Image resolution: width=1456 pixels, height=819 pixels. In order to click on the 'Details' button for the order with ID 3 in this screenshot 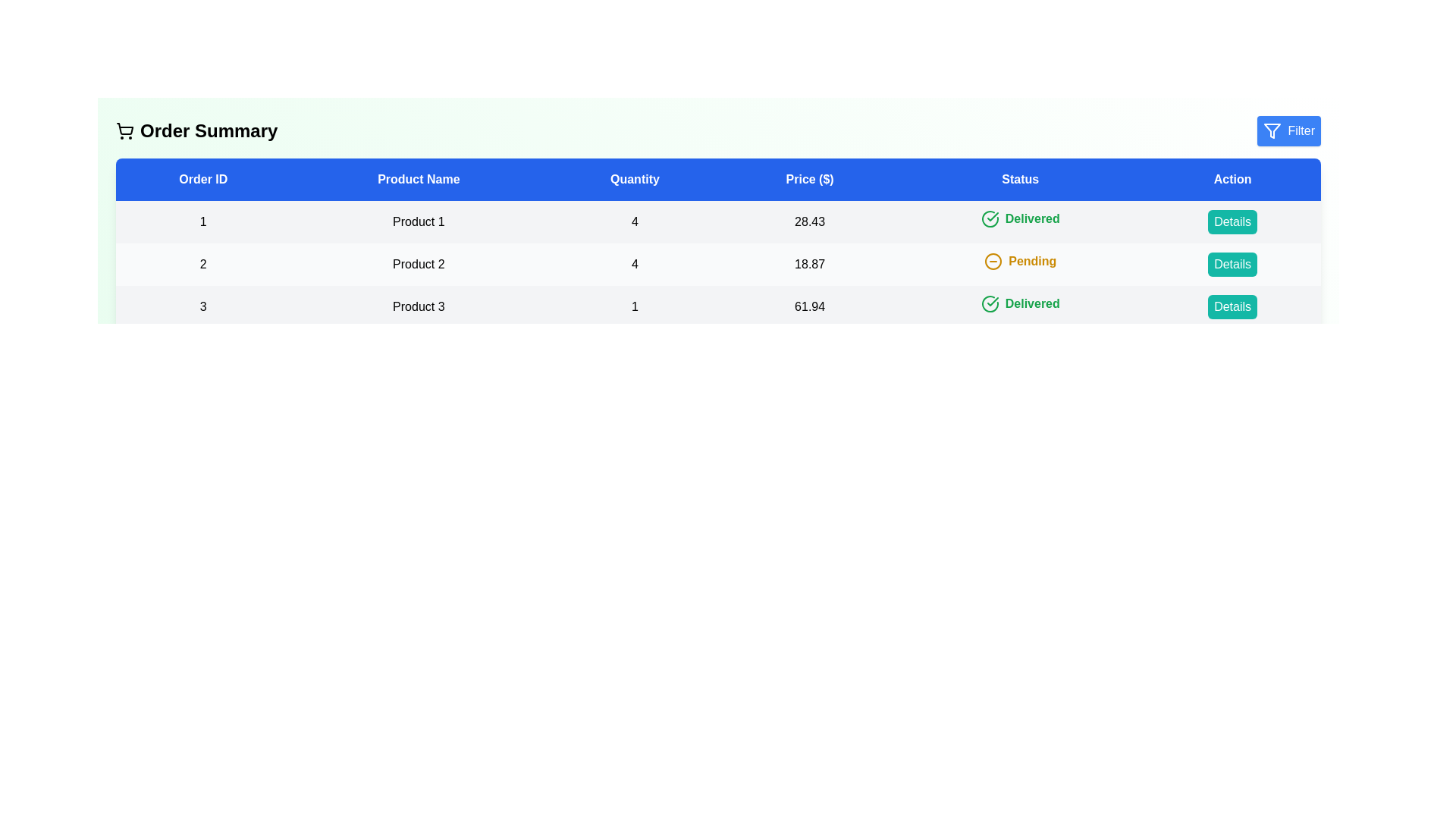, I will do `click(1232, 307)`.